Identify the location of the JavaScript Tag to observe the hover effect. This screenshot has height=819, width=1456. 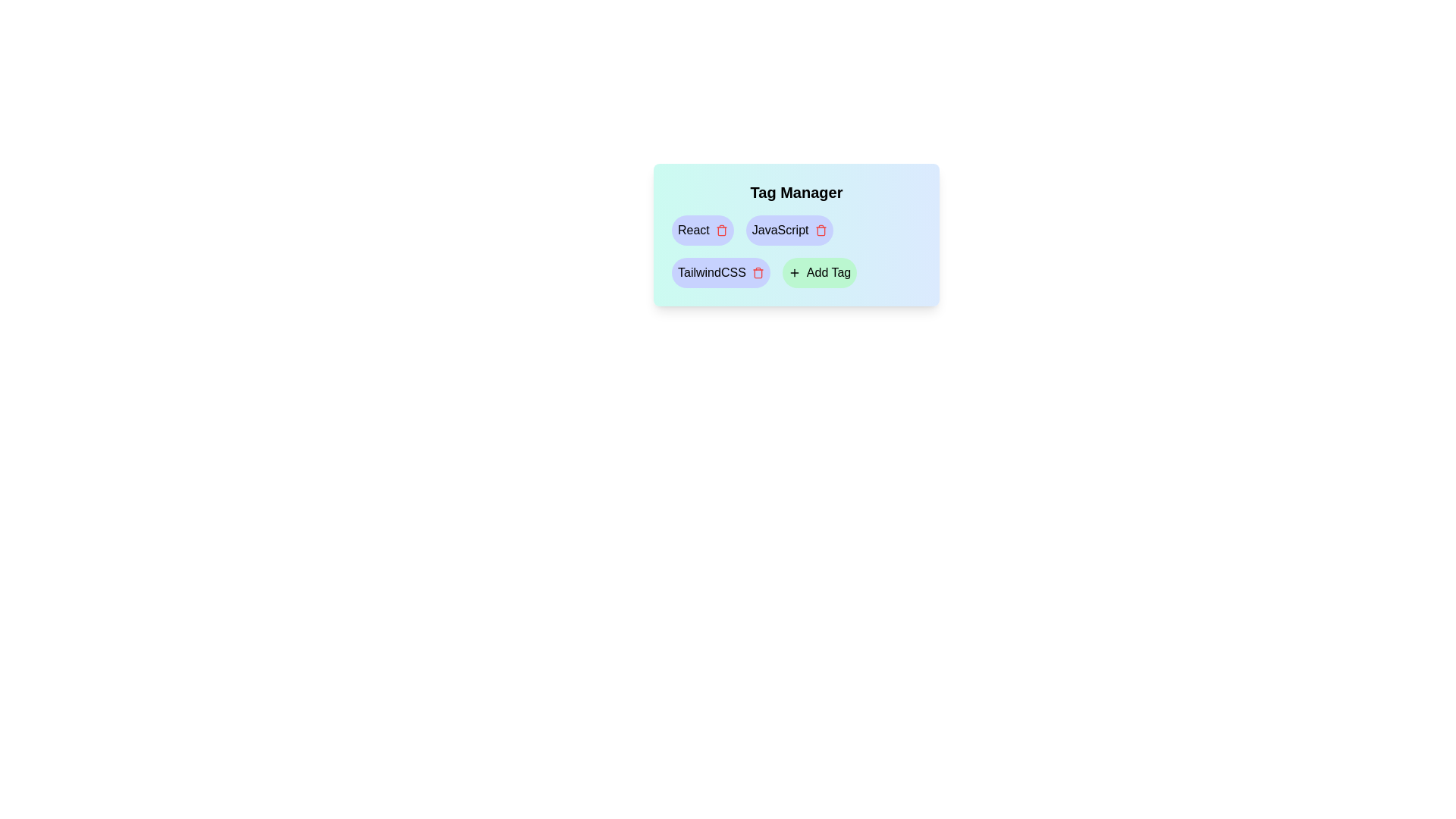
(789, 231).